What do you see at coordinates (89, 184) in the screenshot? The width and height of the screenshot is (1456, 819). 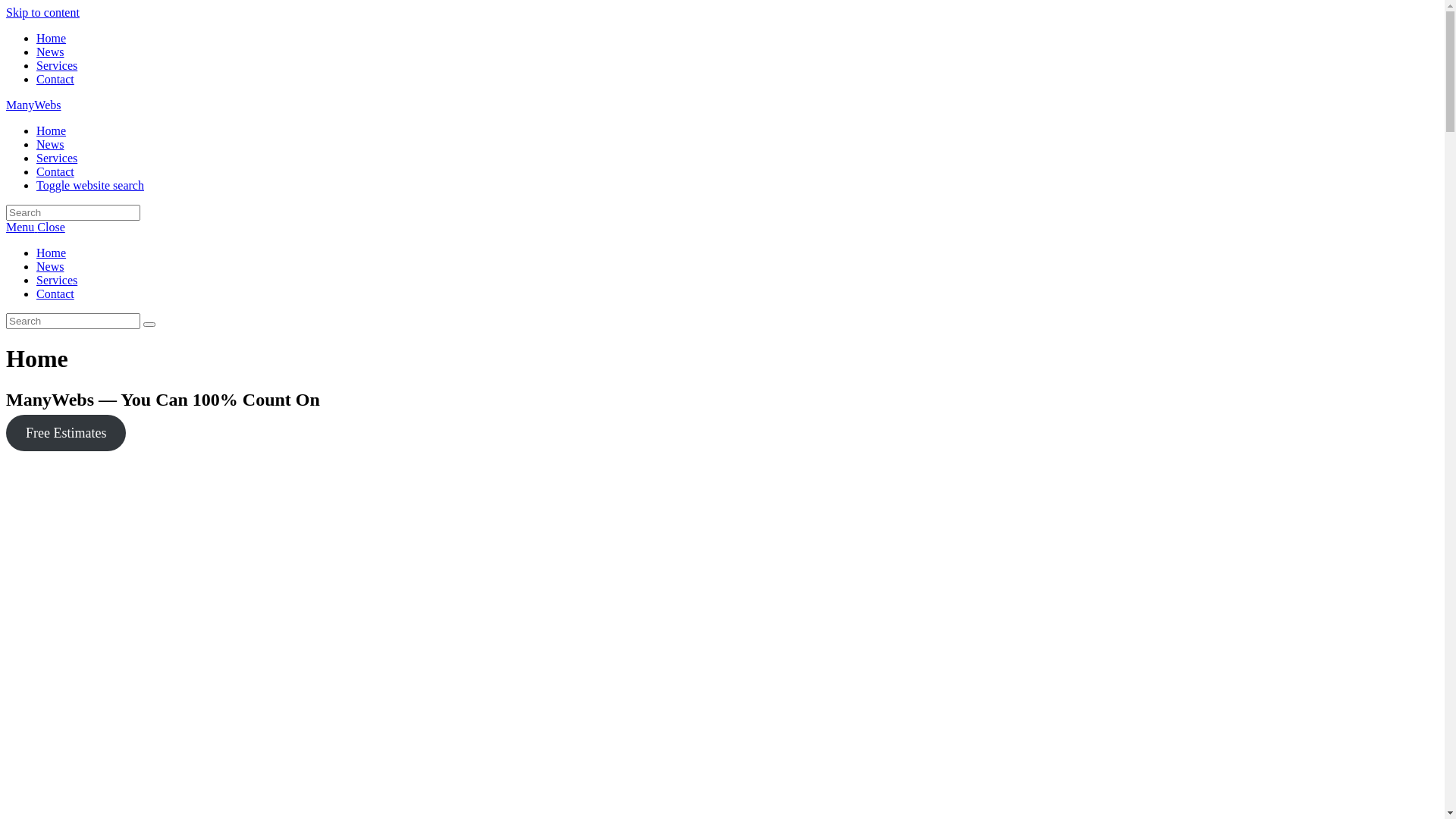 I see `'Toggle website search'` at bounding box center [89, 184].